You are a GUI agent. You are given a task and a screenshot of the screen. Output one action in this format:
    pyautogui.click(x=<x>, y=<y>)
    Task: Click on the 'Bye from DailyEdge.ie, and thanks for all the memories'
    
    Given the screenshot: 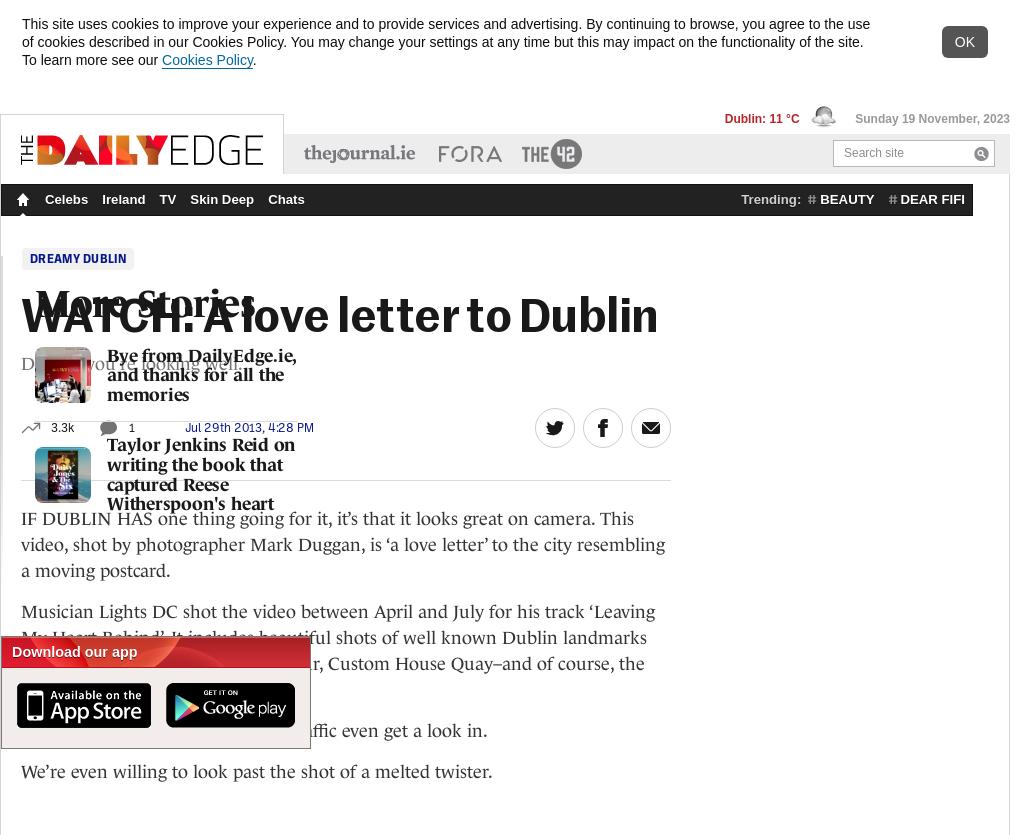 What is the action you would take?
    pyautogui.click(x=201, y=373)
    